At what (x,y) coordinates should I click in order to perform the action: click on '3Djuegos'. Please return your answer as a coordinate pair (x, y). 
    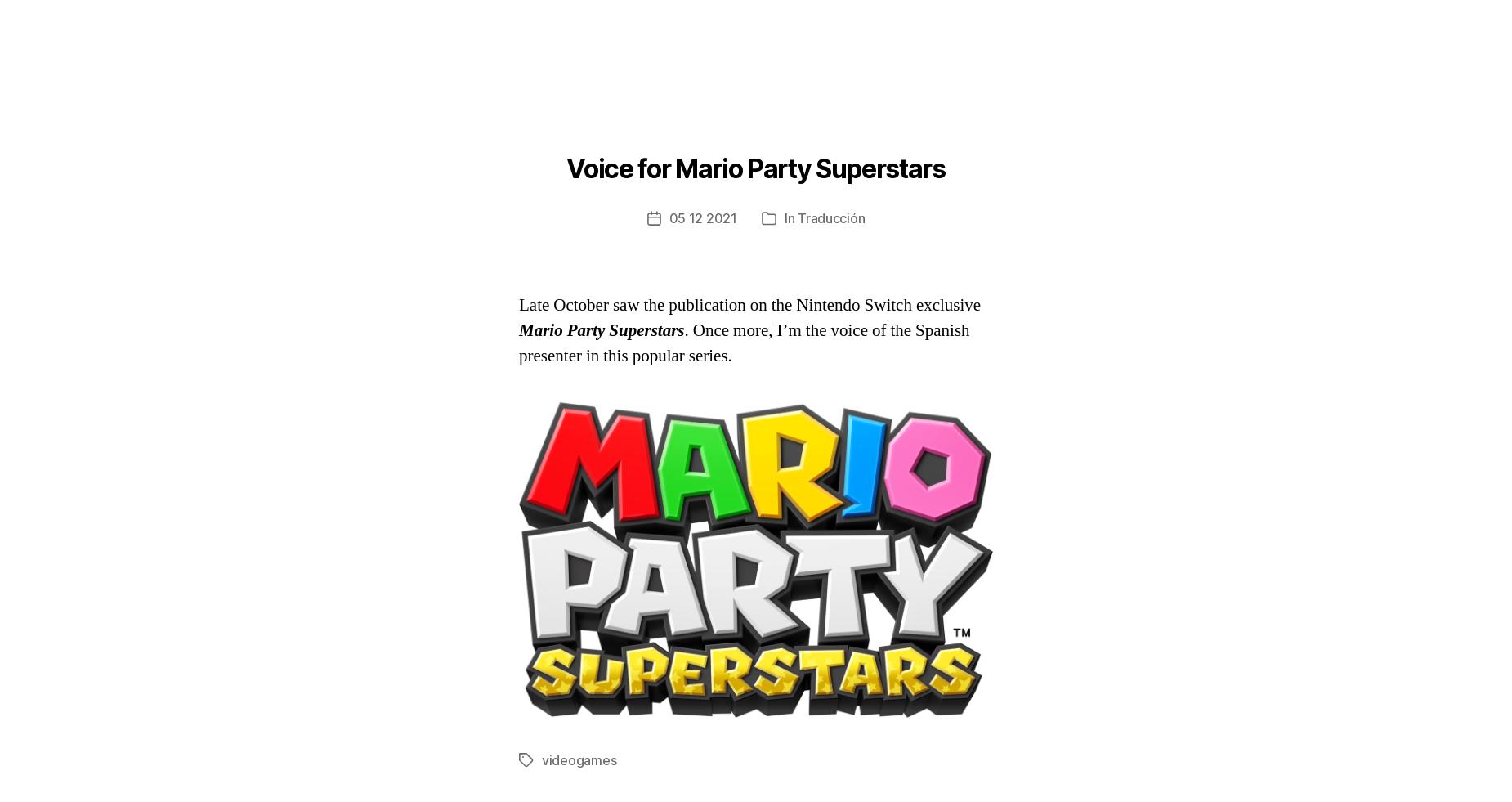
    Looking at the image, I should click on (725, 103).